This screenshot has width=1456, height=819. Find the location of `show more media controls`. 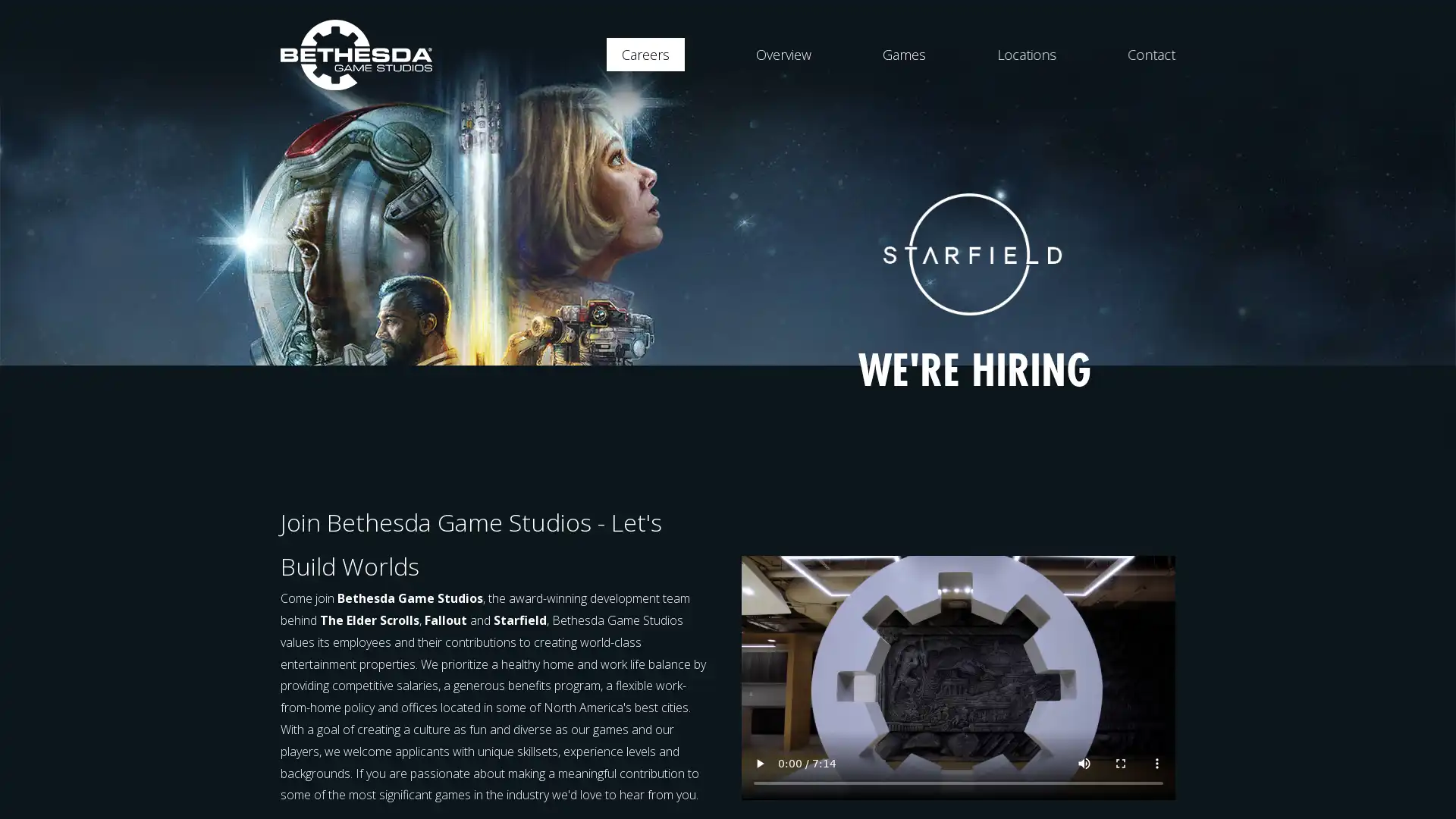

show more media controls is located at coordinates (1156, 763).